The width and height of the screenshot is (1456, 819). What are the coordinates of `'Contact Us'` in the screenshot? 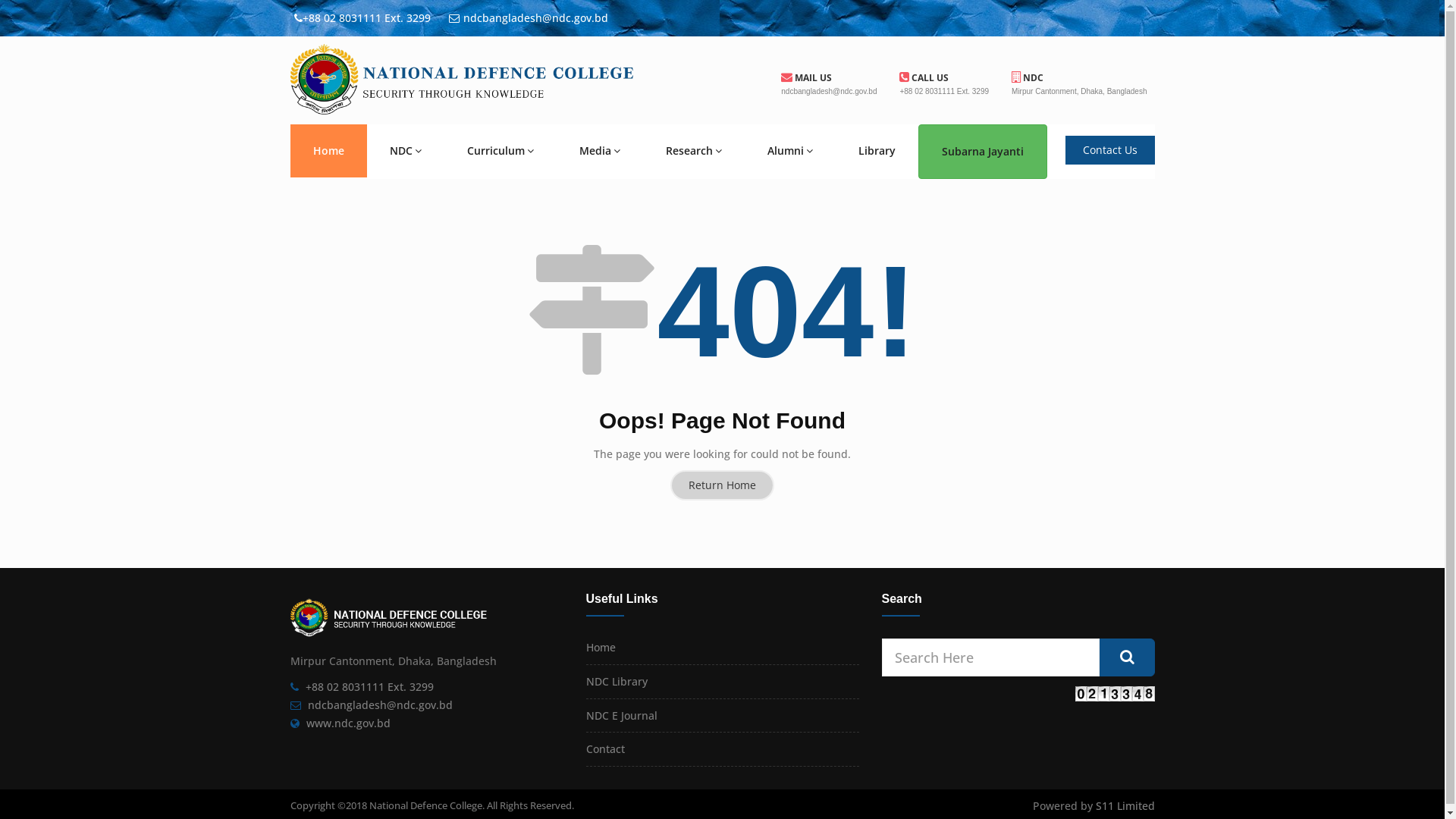 It's located at (1063, 149).